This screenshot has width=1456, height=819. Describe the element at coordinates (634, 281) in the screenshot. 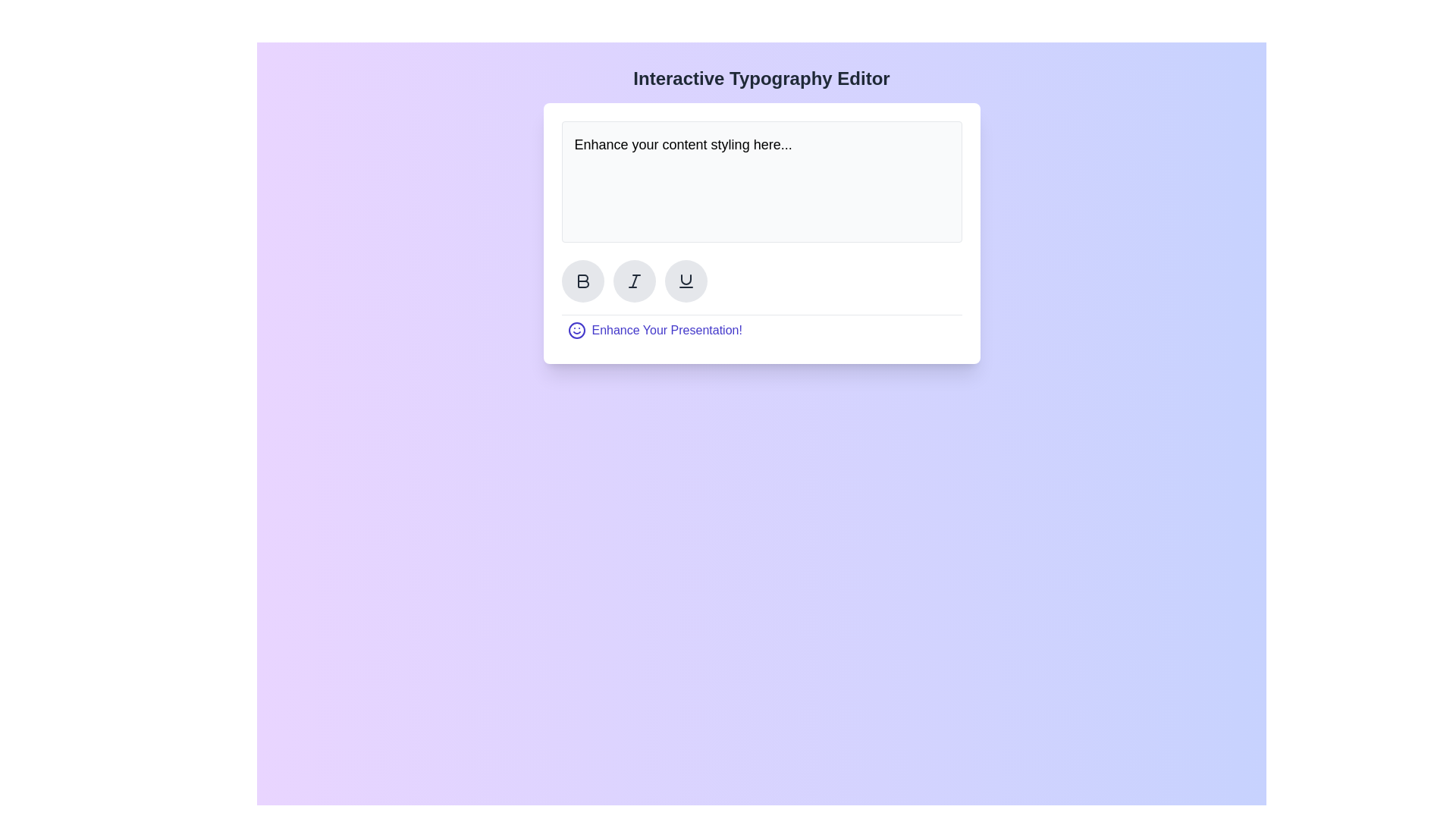

I see `the italicized 'I' icon button in the row of formatting buttons` at that location.